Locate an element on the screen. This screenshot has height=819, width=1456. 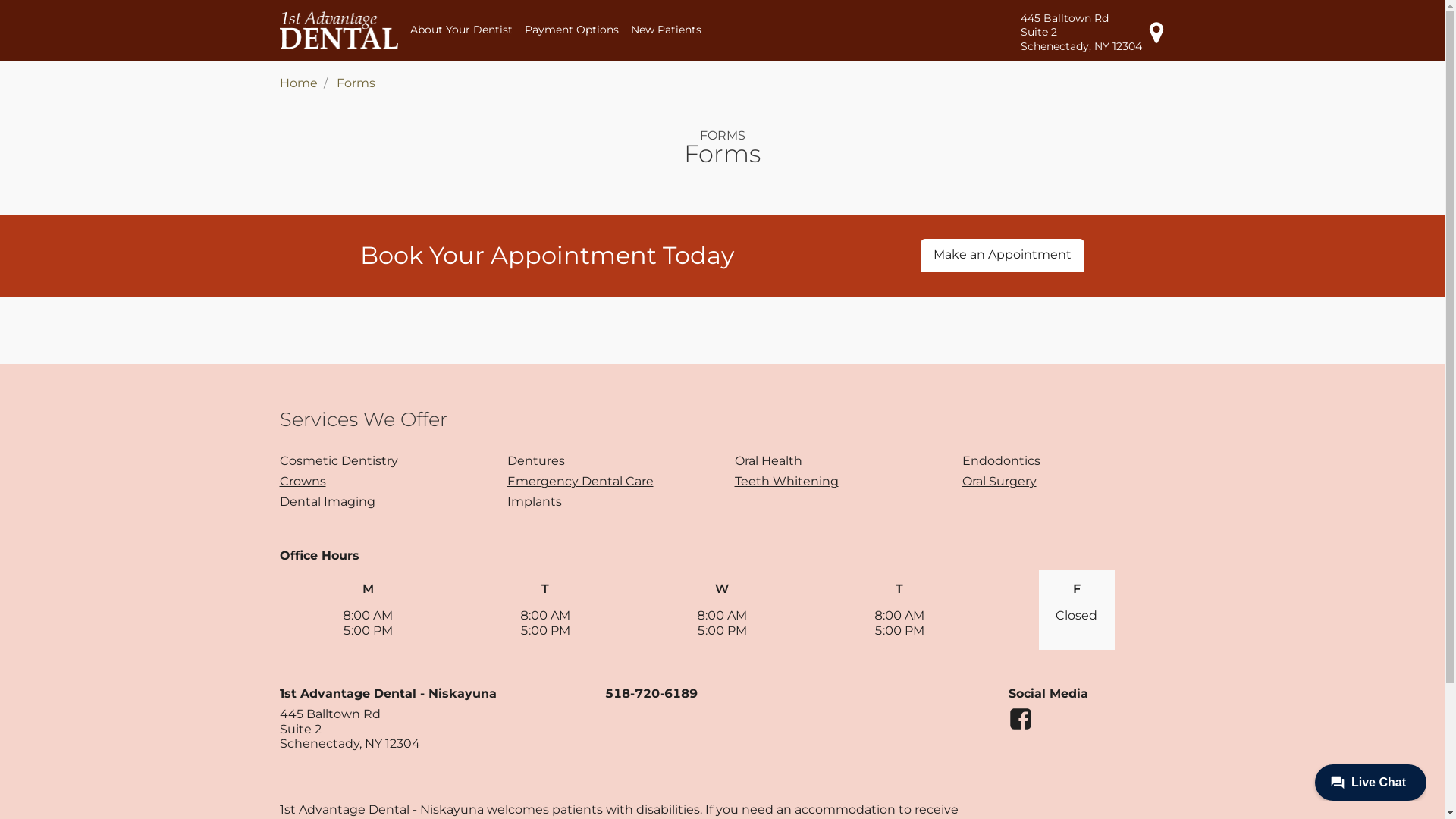
'Crowns' is located at coordinates (302, 481).